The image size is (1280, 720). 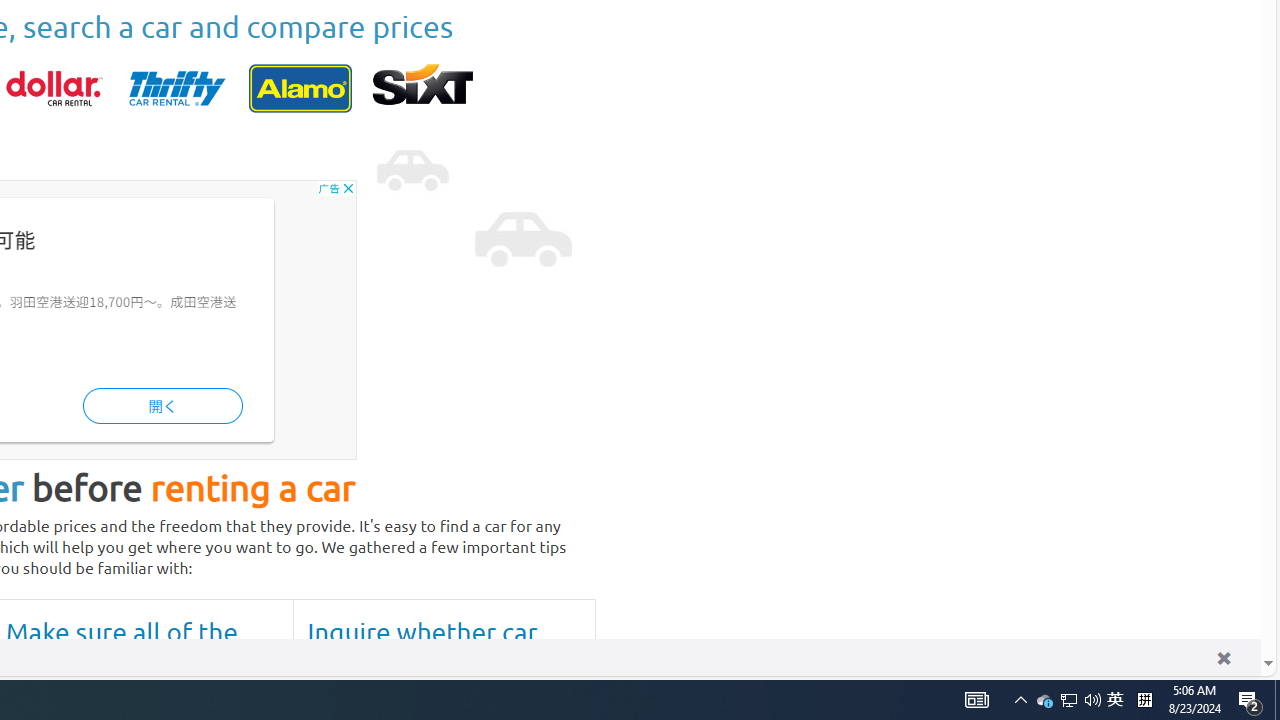 I want to click on 'AutomationID: cbb', so click(x=348, y=187).